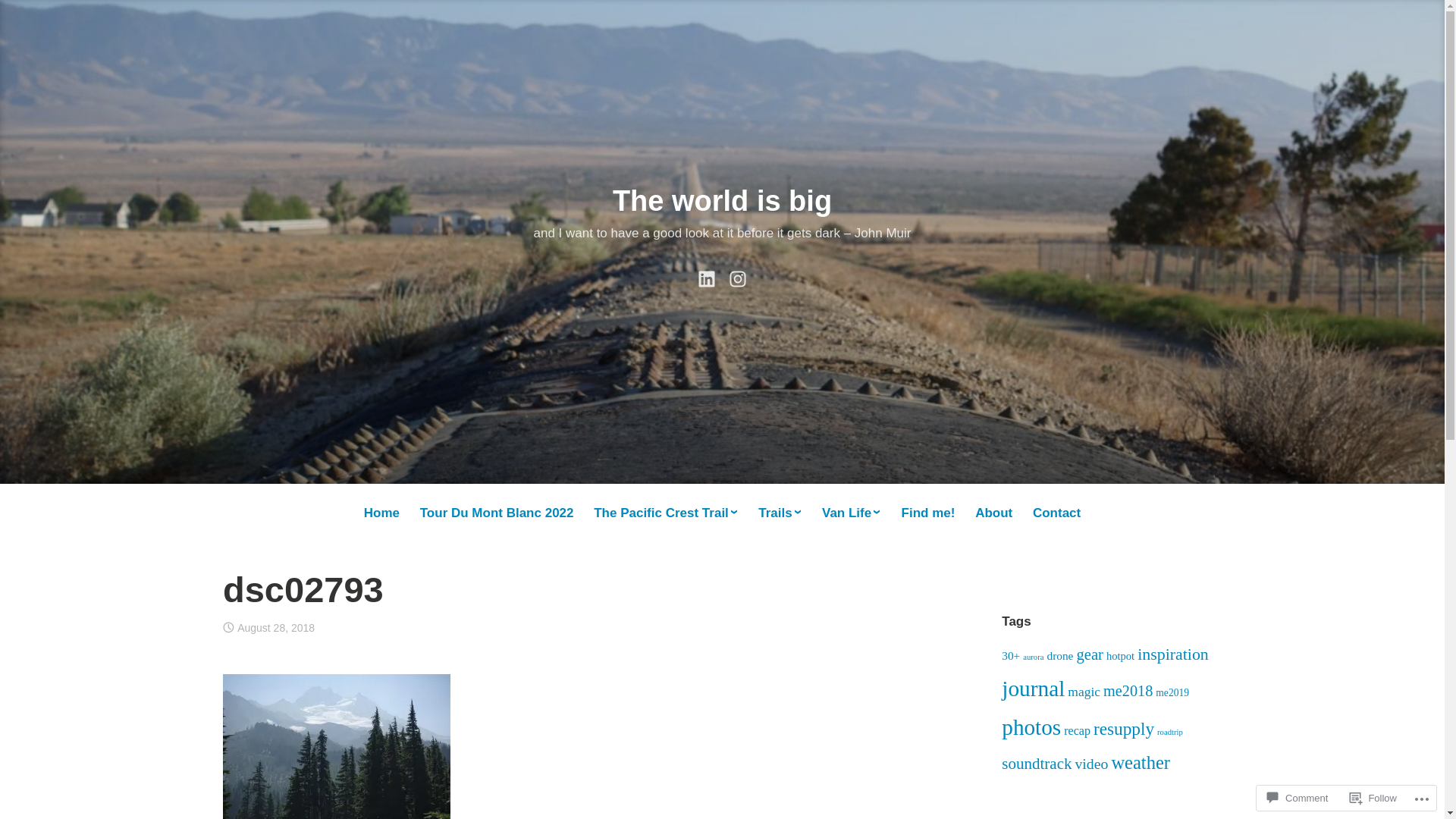 Image resolution: width=1456 pixels, height=819 pixels. What do you see at coordinates (1030, 513) in the screenshot?
I see `'Contact'` at bounding box center [1030, 513].